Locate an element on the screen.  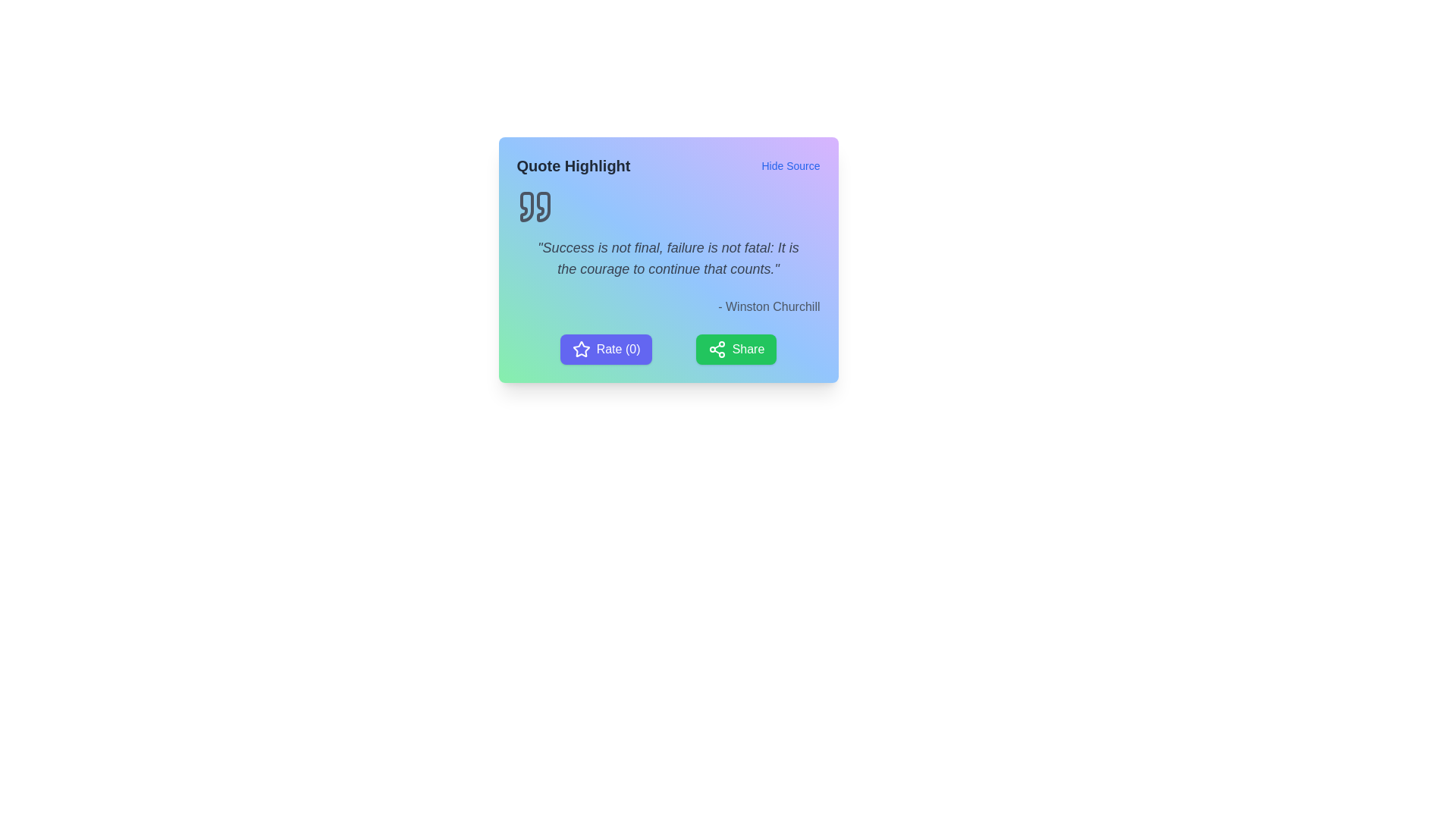
the light gray rounded double quotation mark icon located at the top-left corner of the quote display card is located at coordinates (535, 207).